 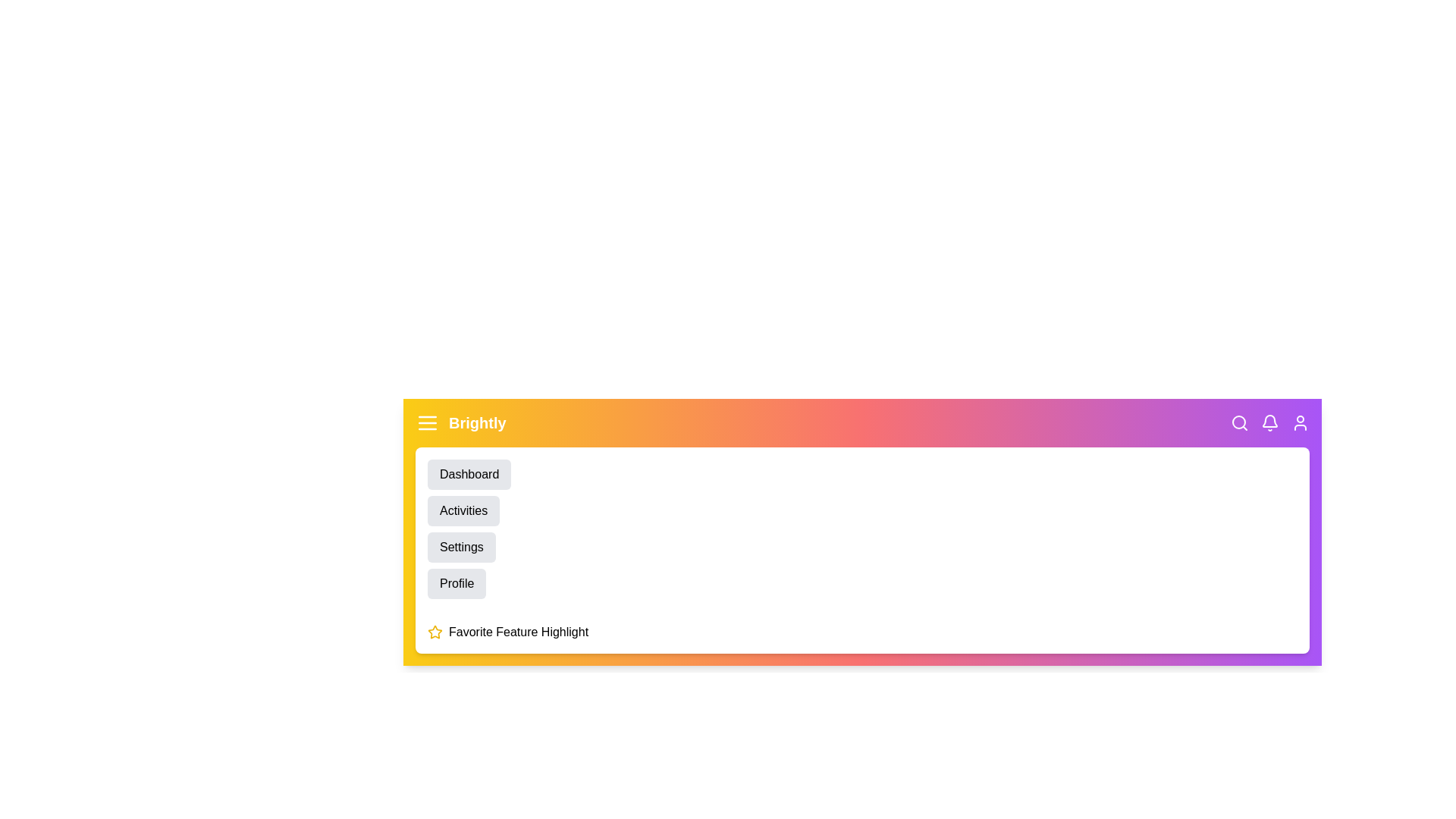 I want to click on the menu_icon to see the hover effect, so click(x=427, y=423).